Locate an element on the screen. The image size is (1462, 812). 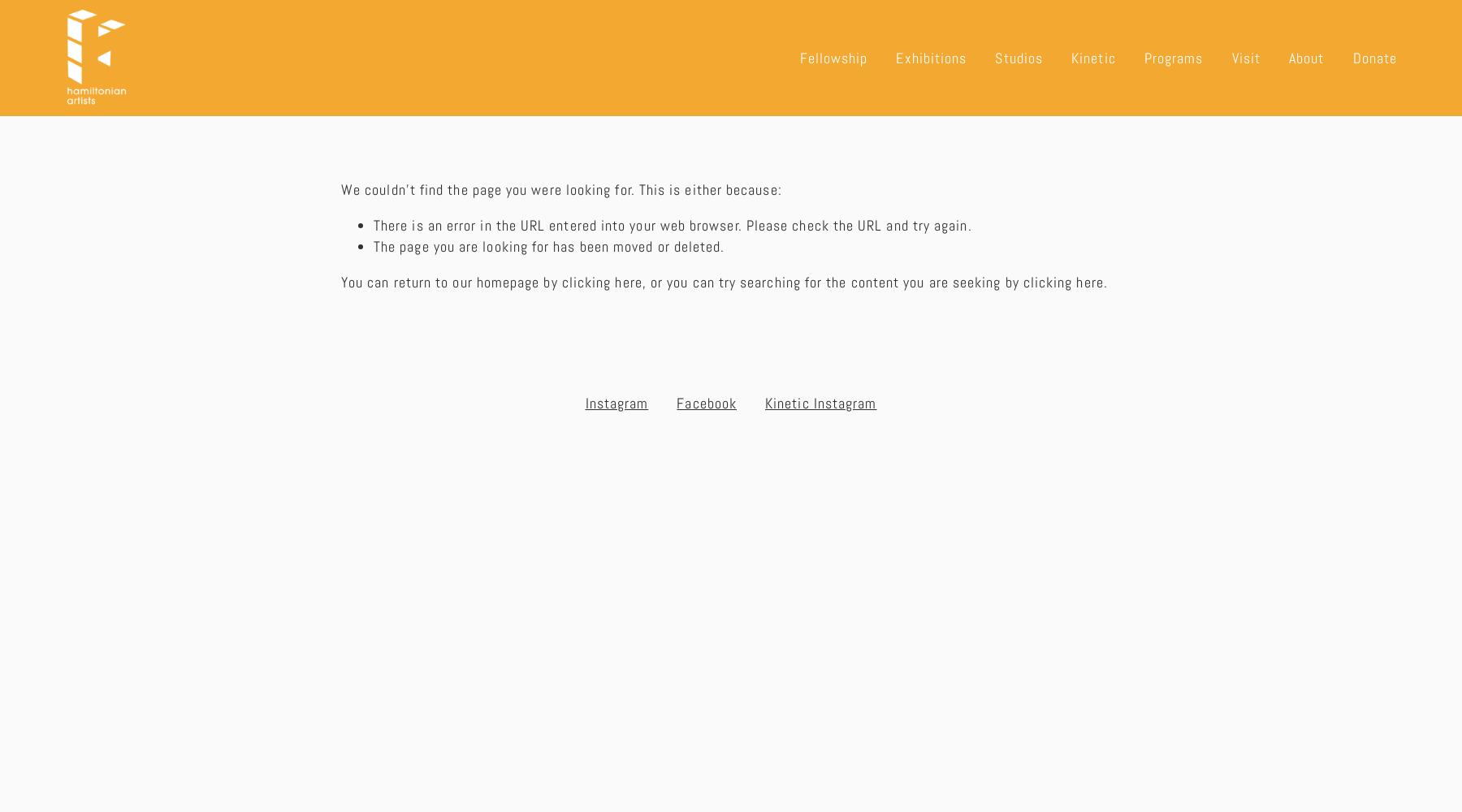
', or you can try searching for the
  content you are seeking by' is located at coordinates (832, 280).